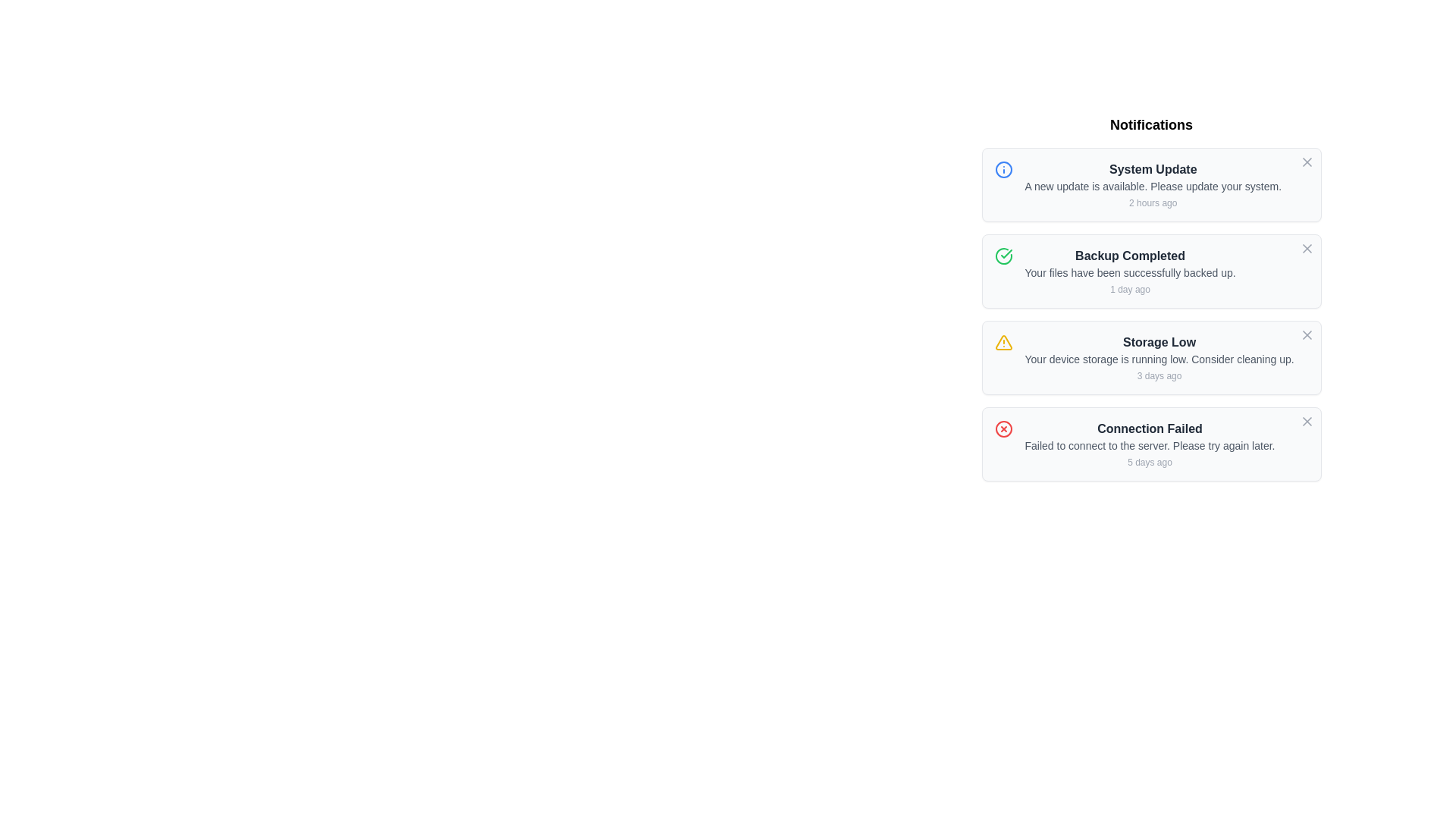 The image size is (1456, 819). I want to click on error message from the fourth notification in the 'Notifications' section, which indicates a failed connection attempt to a server, so click(1150, 444).